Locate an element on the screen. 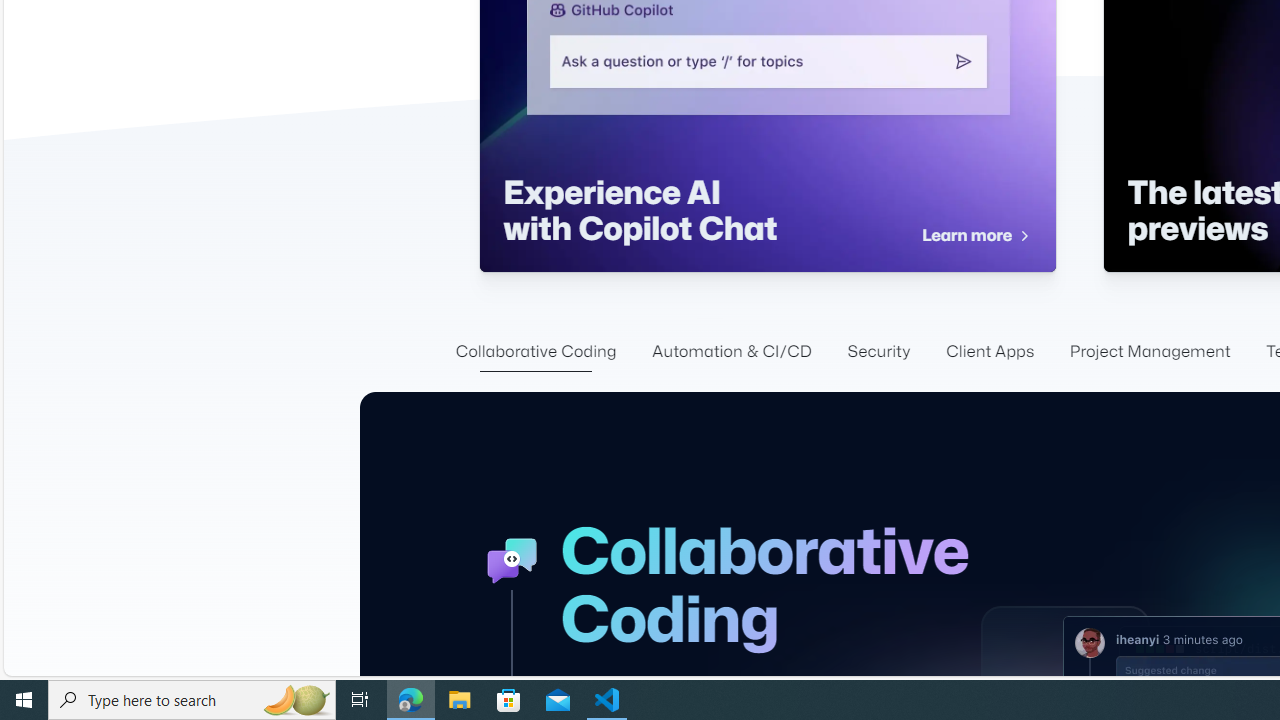 The height and width of the screenshot is (720, 1280). 'Security' is located at coordinates (879, 351).